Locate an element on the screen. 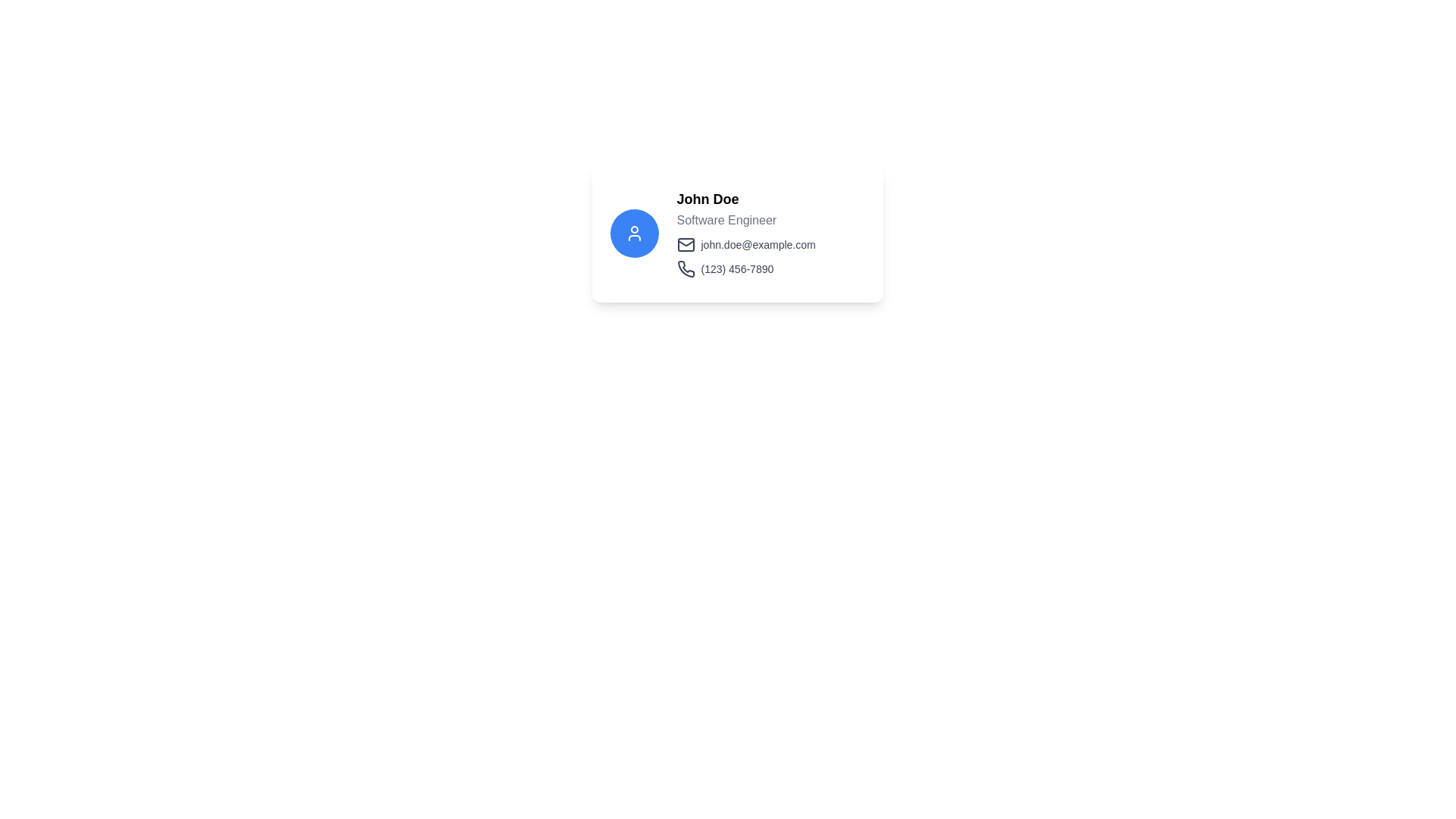  the user profile icon located at the center of the blue circular component on the left side of the card layout is located at coordinates (634, 234).